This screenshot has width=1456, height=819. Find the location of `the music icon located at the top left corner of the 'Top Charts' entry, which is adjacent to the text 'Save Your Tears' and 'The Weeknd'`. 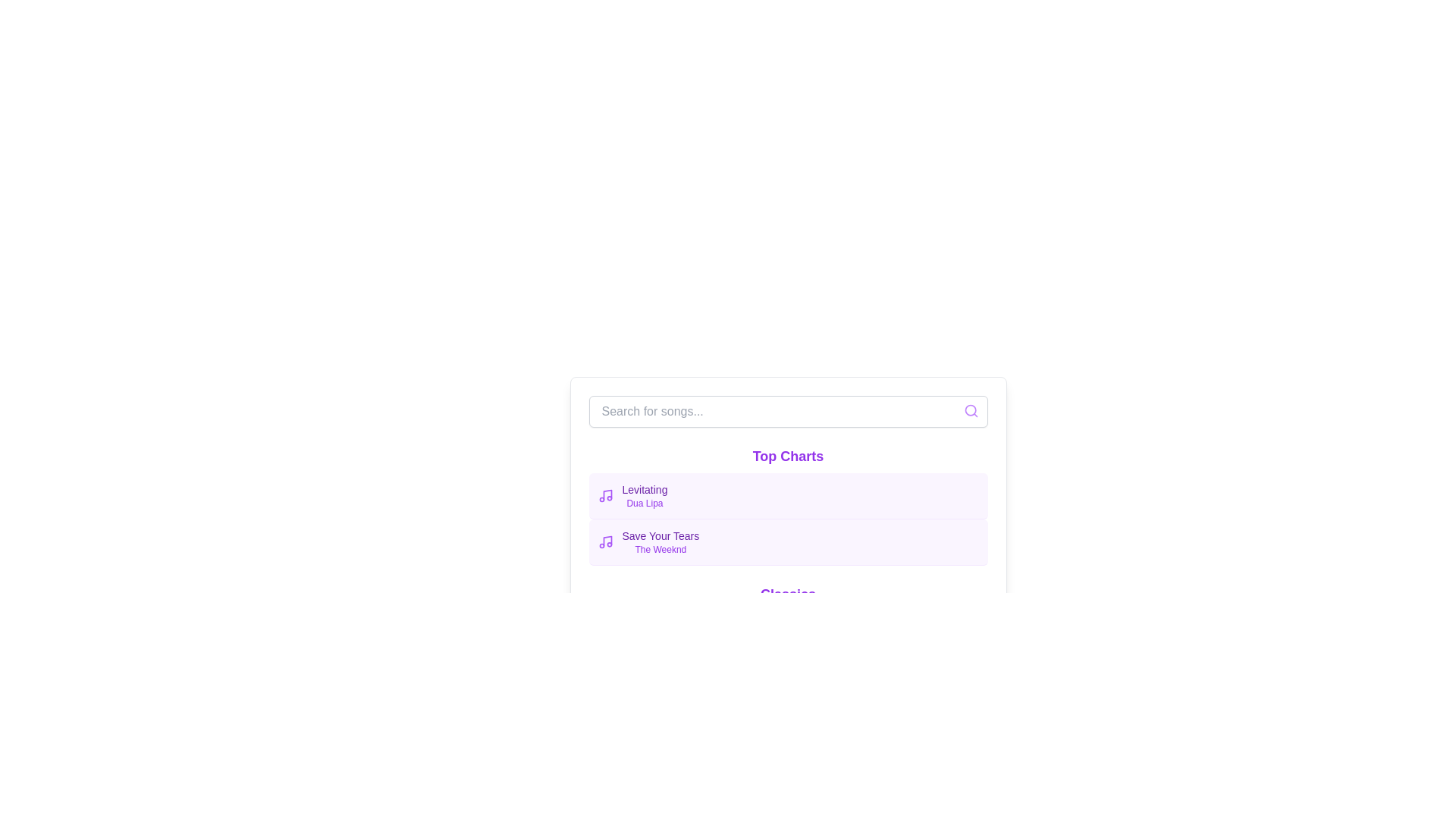

the music icon located at the top left corner of the 'Top Charts' entry, which is adjacent to the text 'Save Your Tears' and 'The Weeknd' is located at coordinates (604, 541).